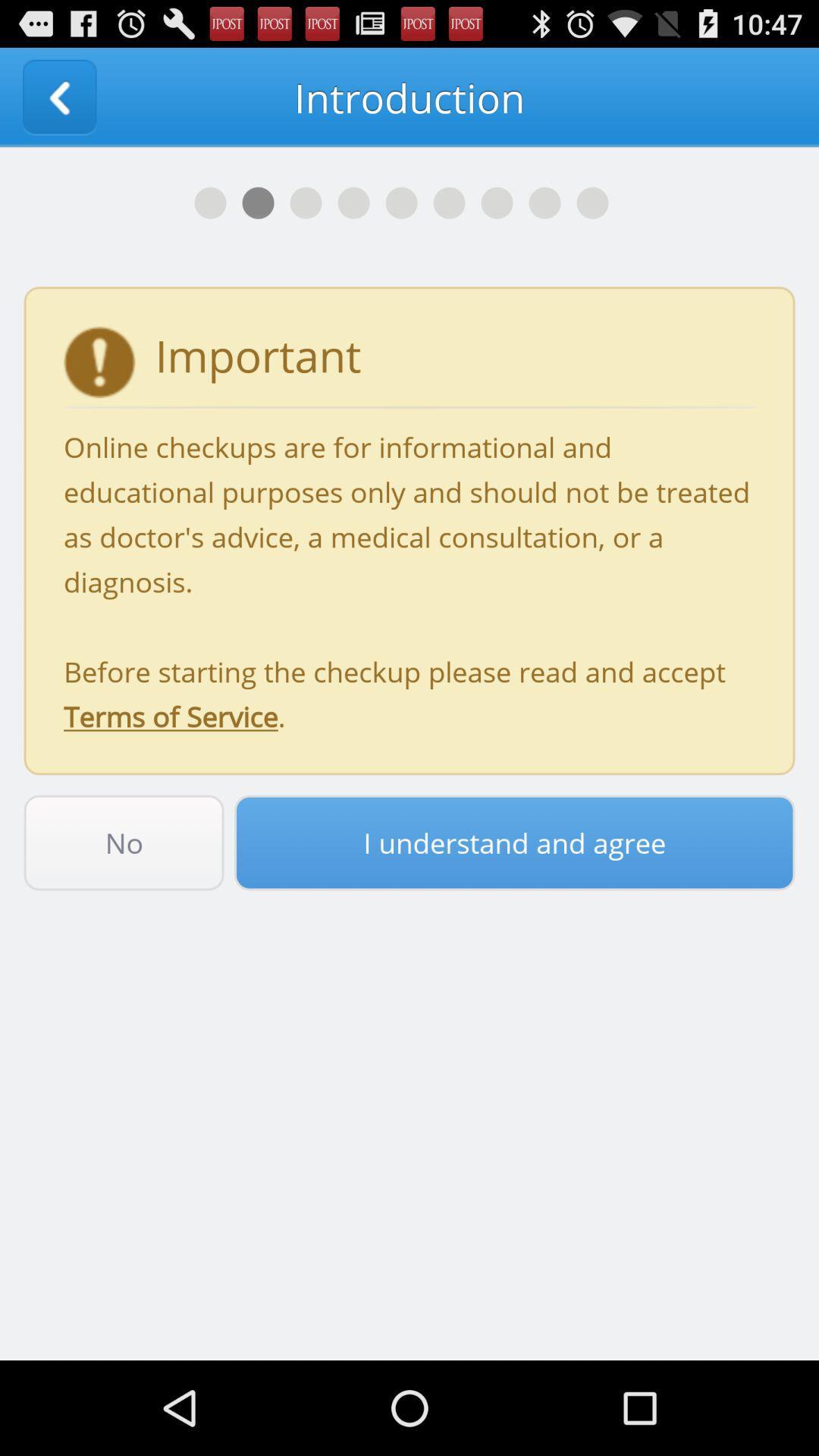 The image size is (819, 1456). What do you see at coordinates (123, 842) in the screenshot?
I see `icon below online checkups are item` at bounding box center [123, 842].